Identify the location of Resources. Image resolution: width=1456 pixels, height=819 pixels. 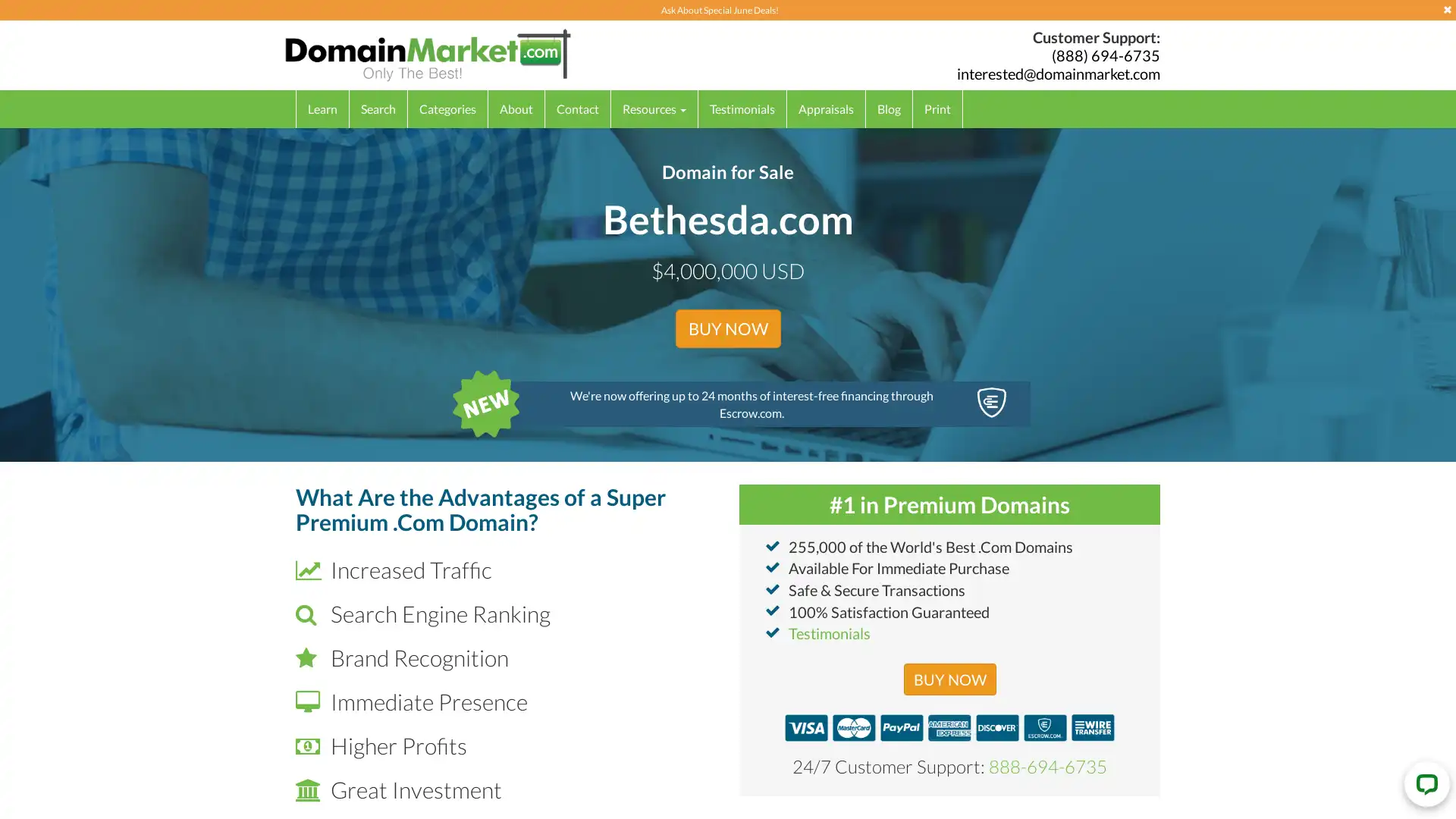
(654, 108).